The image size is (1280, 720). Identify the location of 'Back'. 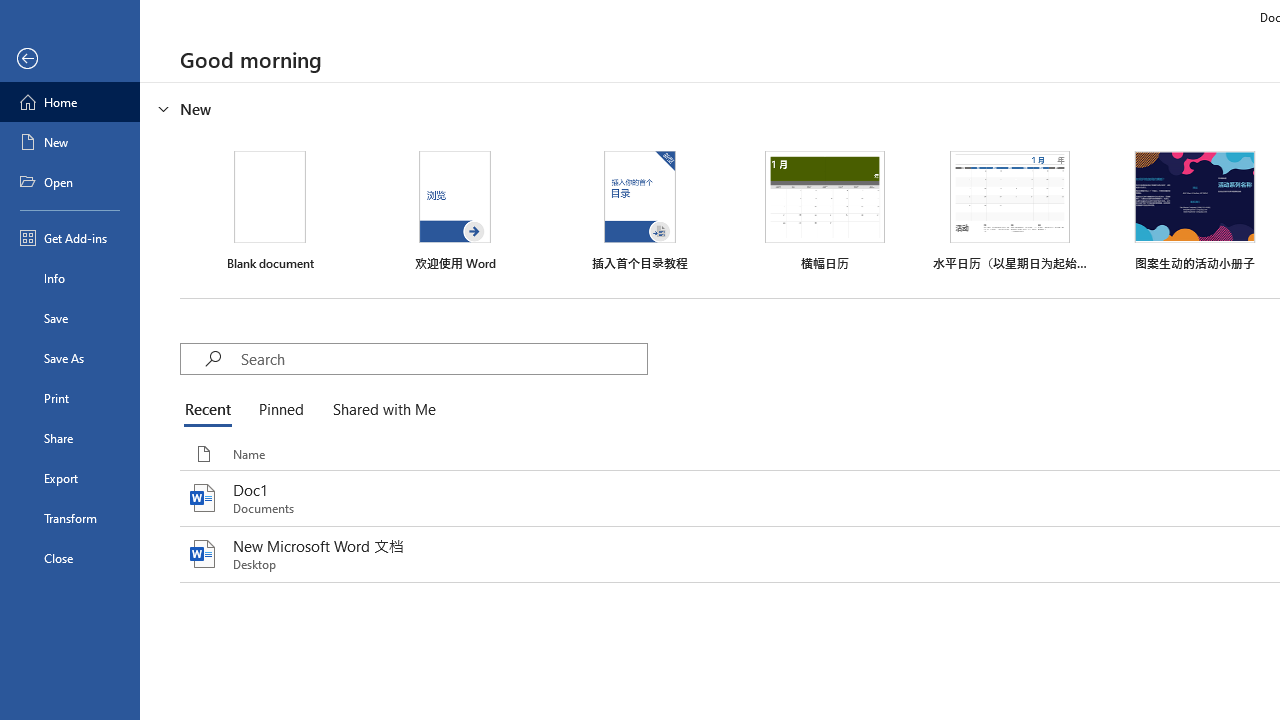
(69, 58).